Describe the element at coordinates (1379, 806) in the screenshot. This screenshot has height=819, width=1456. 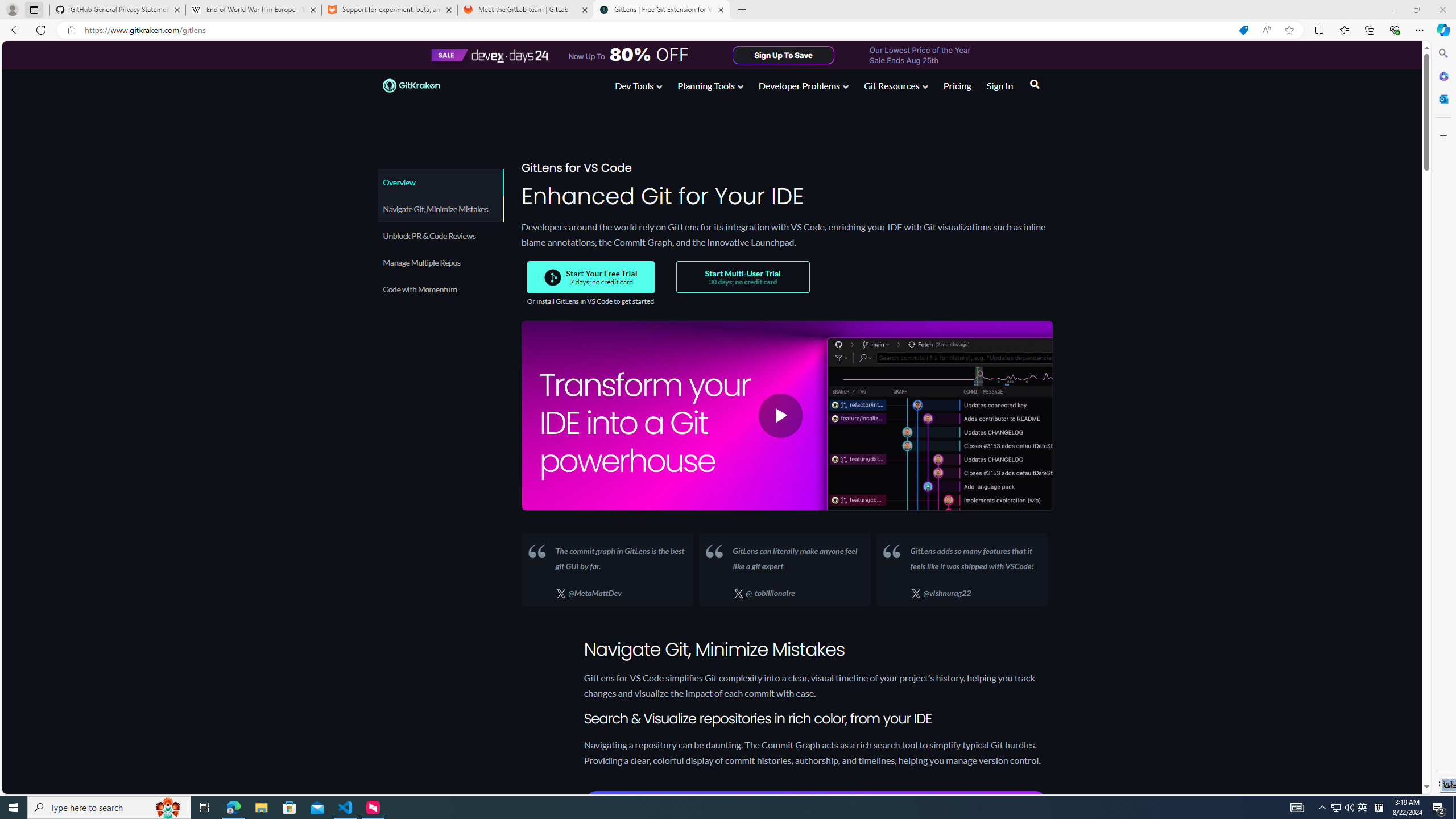
I see `'Tray Input Indicator - Chinese (Simplified, China)'` at that location.